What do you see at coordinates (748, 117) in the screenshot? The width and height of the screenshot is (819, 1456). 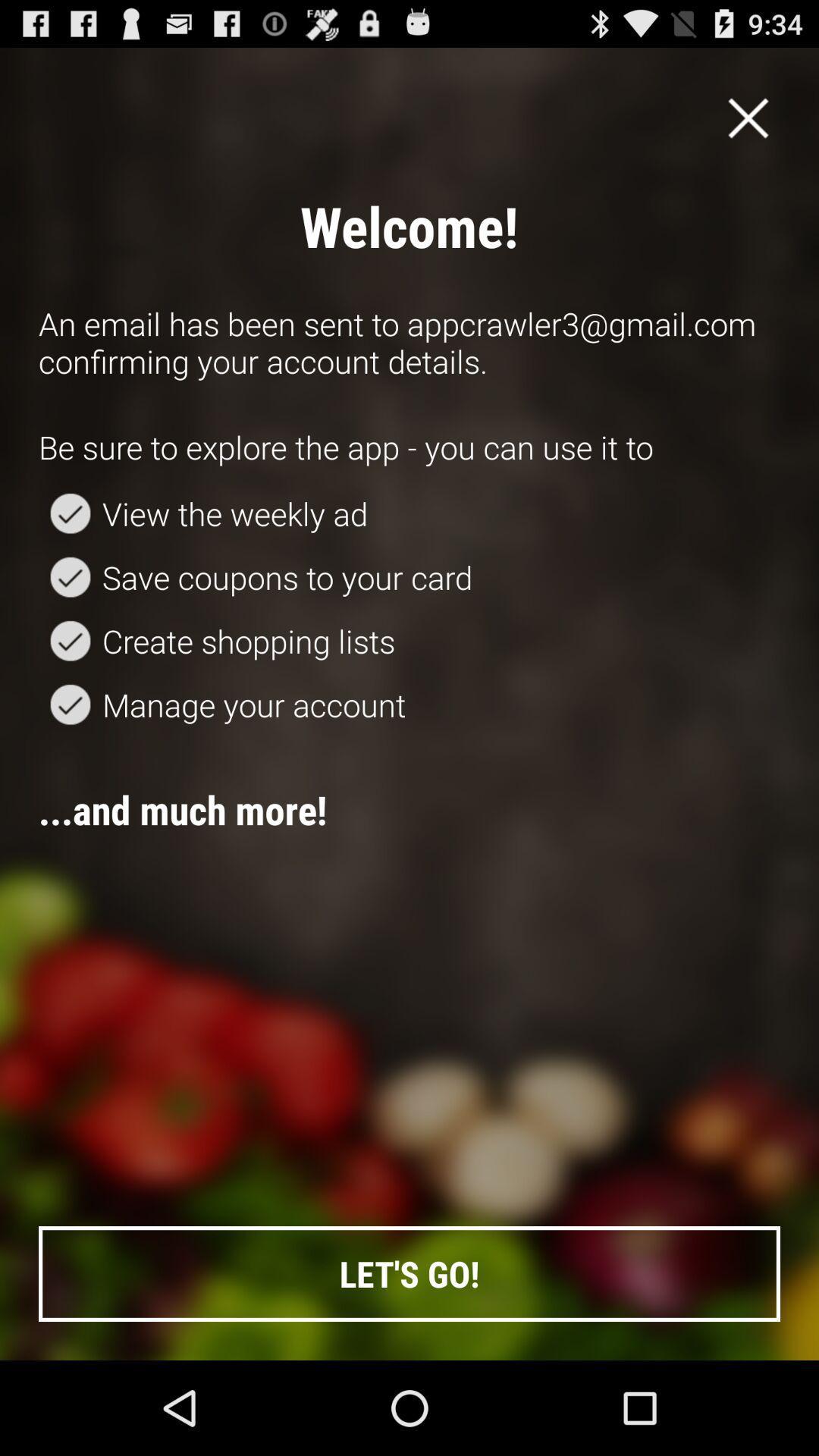 I see `go close` at bounding box center [748, 117].